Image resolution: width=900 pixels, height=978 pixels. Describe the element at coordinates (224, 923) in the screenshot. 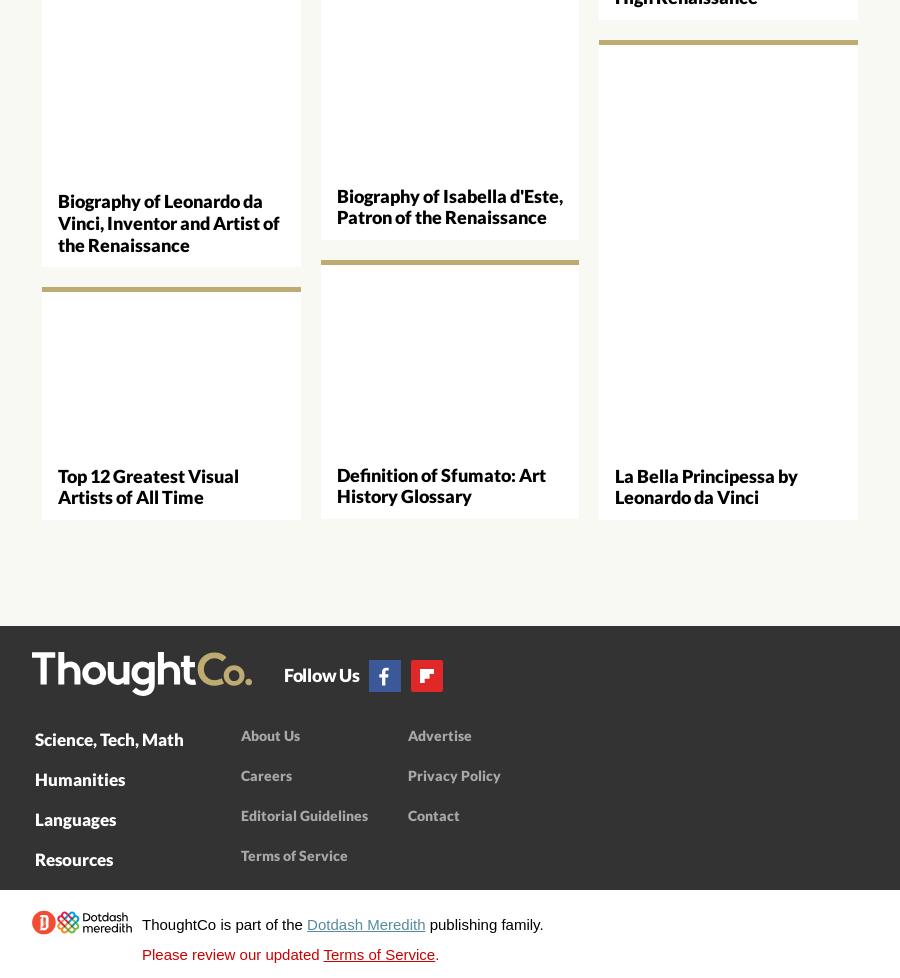

I see `'ThoughtCo is part of the'` at that location.